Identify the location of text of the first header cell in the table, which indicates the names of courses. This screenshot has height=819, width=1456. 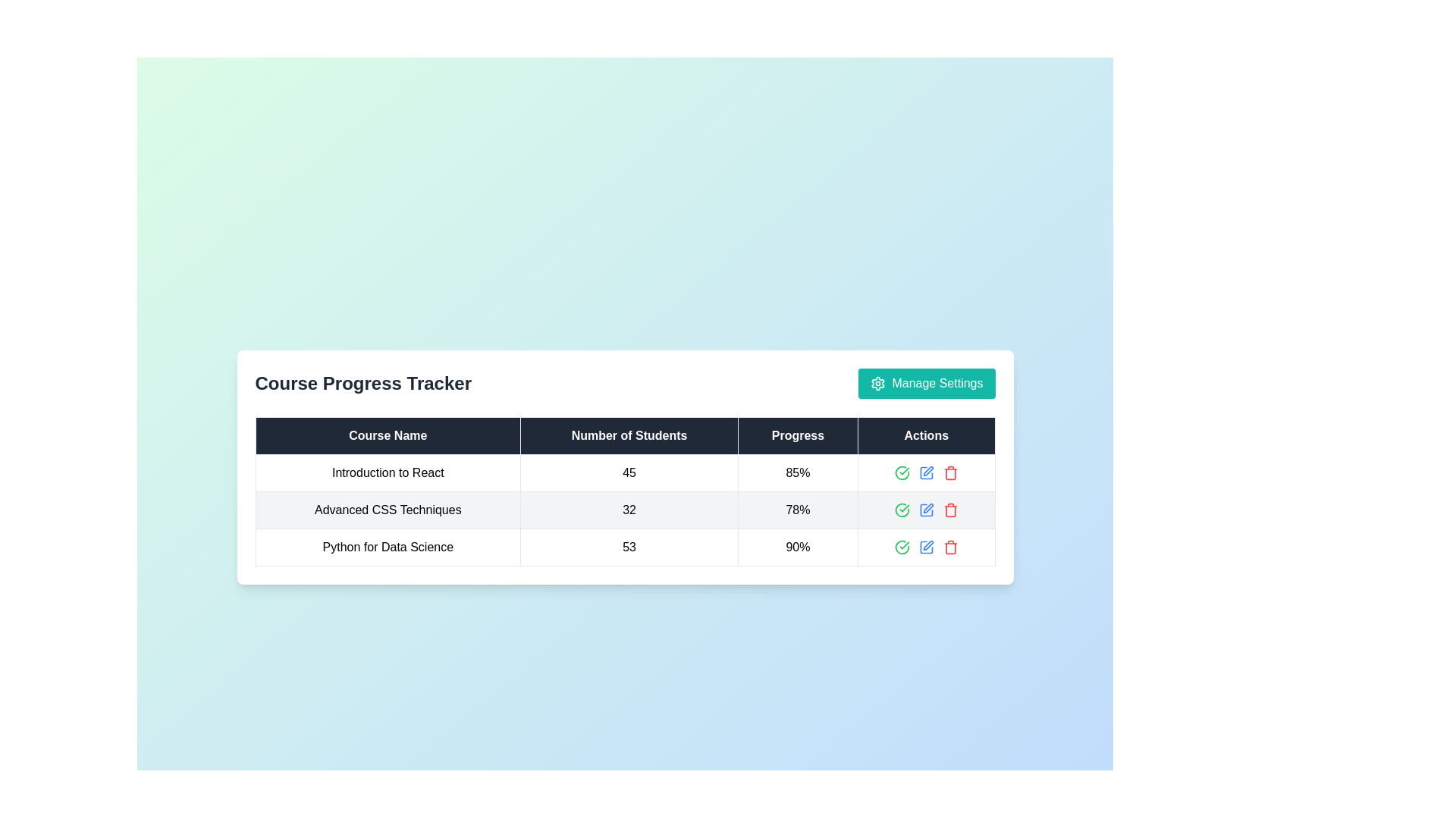
(388, 435).